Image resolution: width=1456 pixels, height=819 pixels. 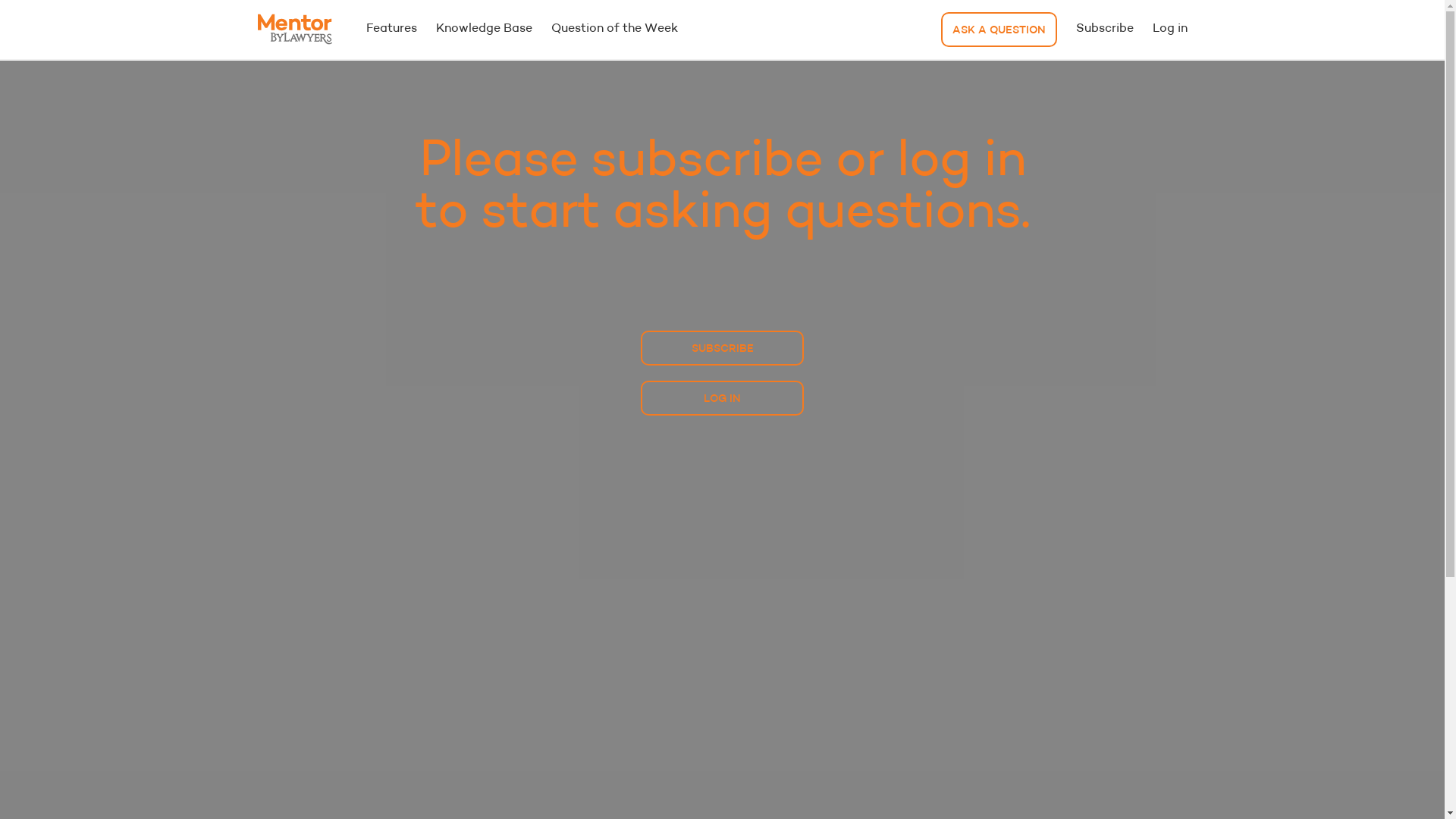 What do you see at coordinates (998, 29) in the screenshot?
I see `'ASK A QUESTION'` at bounding box center [998, 29].